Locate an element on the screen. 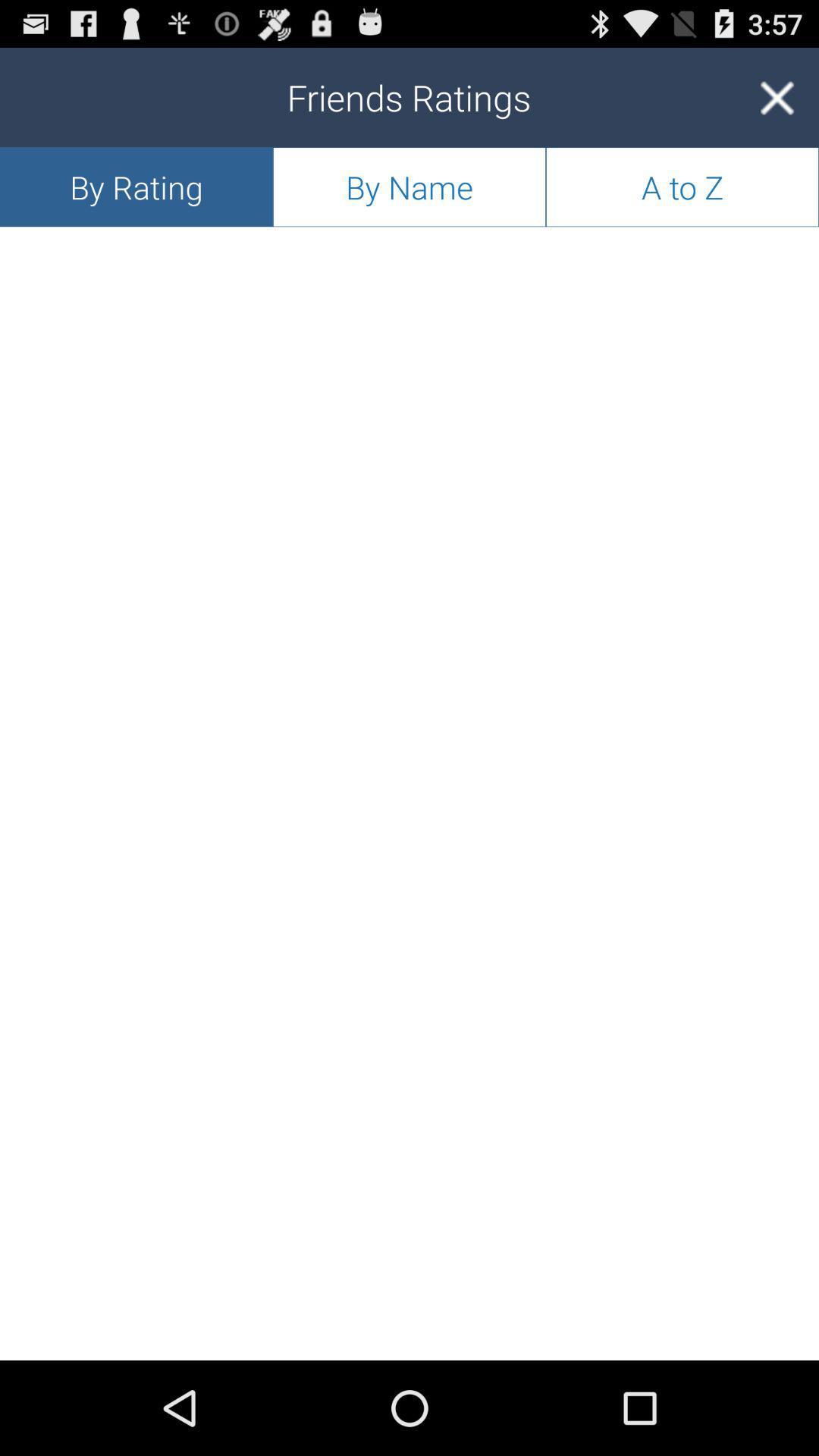  the item next to the by rating is located at coordinates (409, 186).